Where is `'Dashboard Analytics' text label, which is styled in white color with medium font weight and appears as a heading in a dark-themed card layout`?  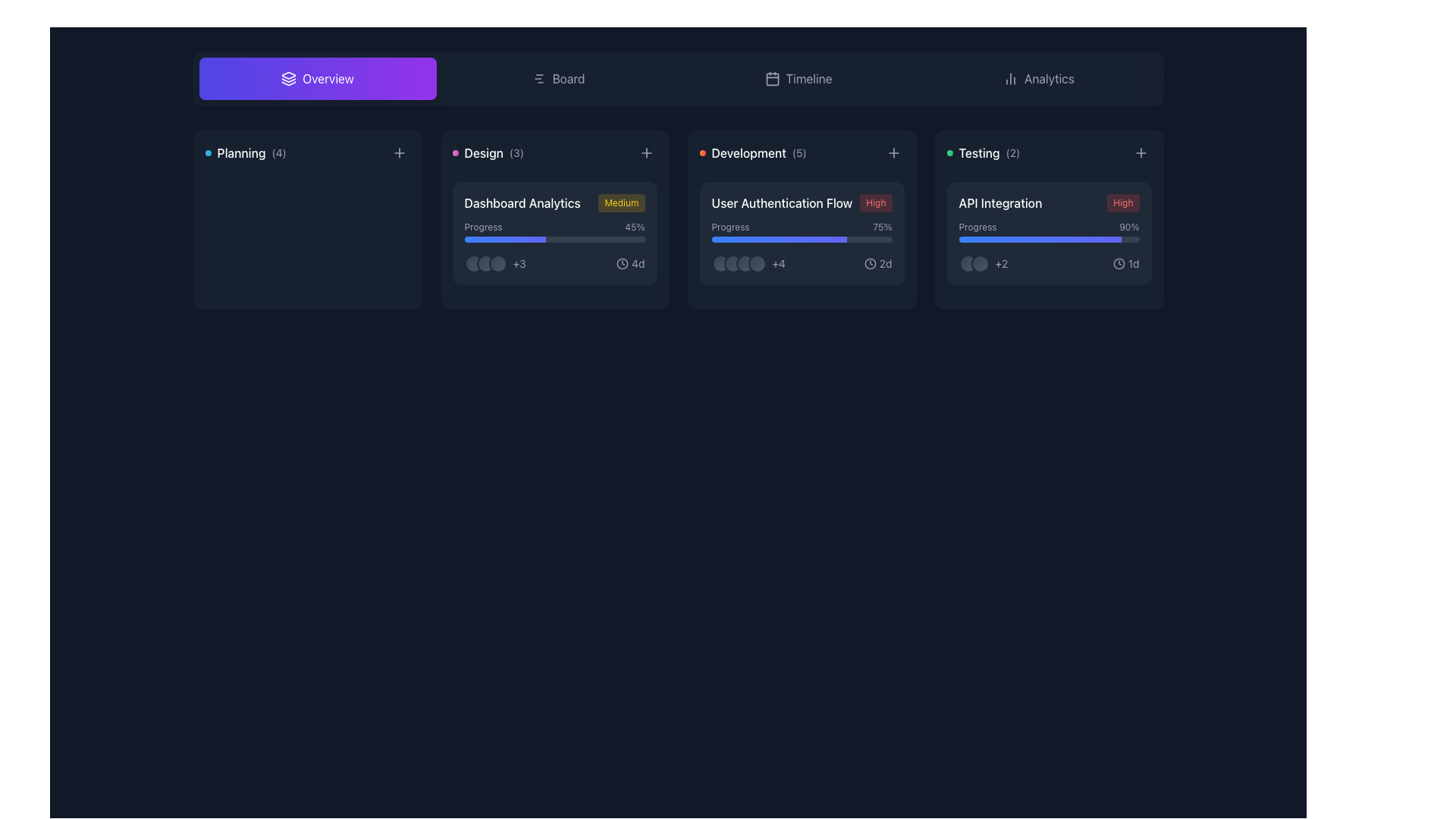 'Dashboard Analytics' text label, which is styled in white color with medium font weight and appears as a heading in a dark-themed card layout is located at coordinates (522, 202).